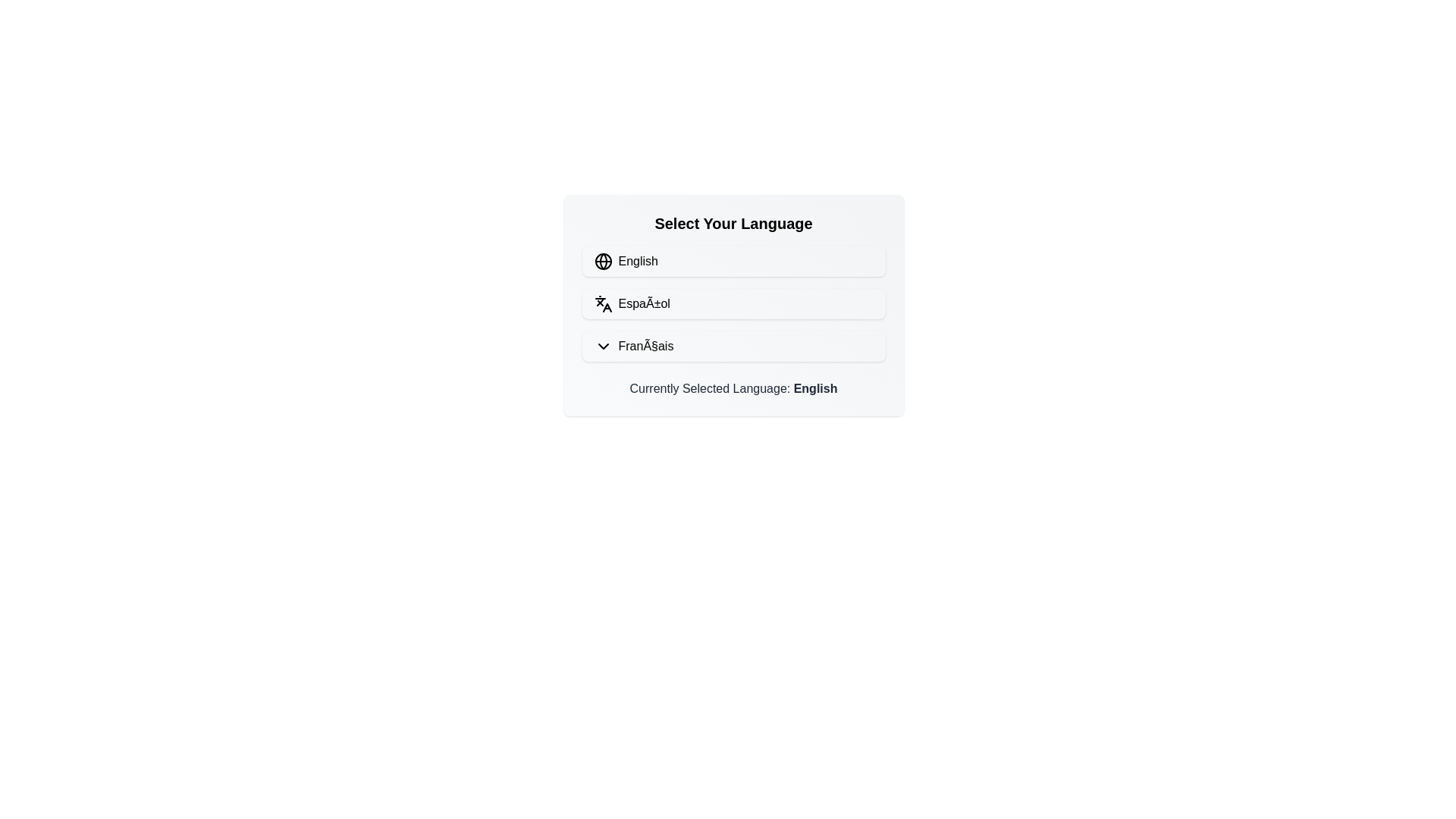  I want to click on the button labeled 'Français', so click(733, 346).